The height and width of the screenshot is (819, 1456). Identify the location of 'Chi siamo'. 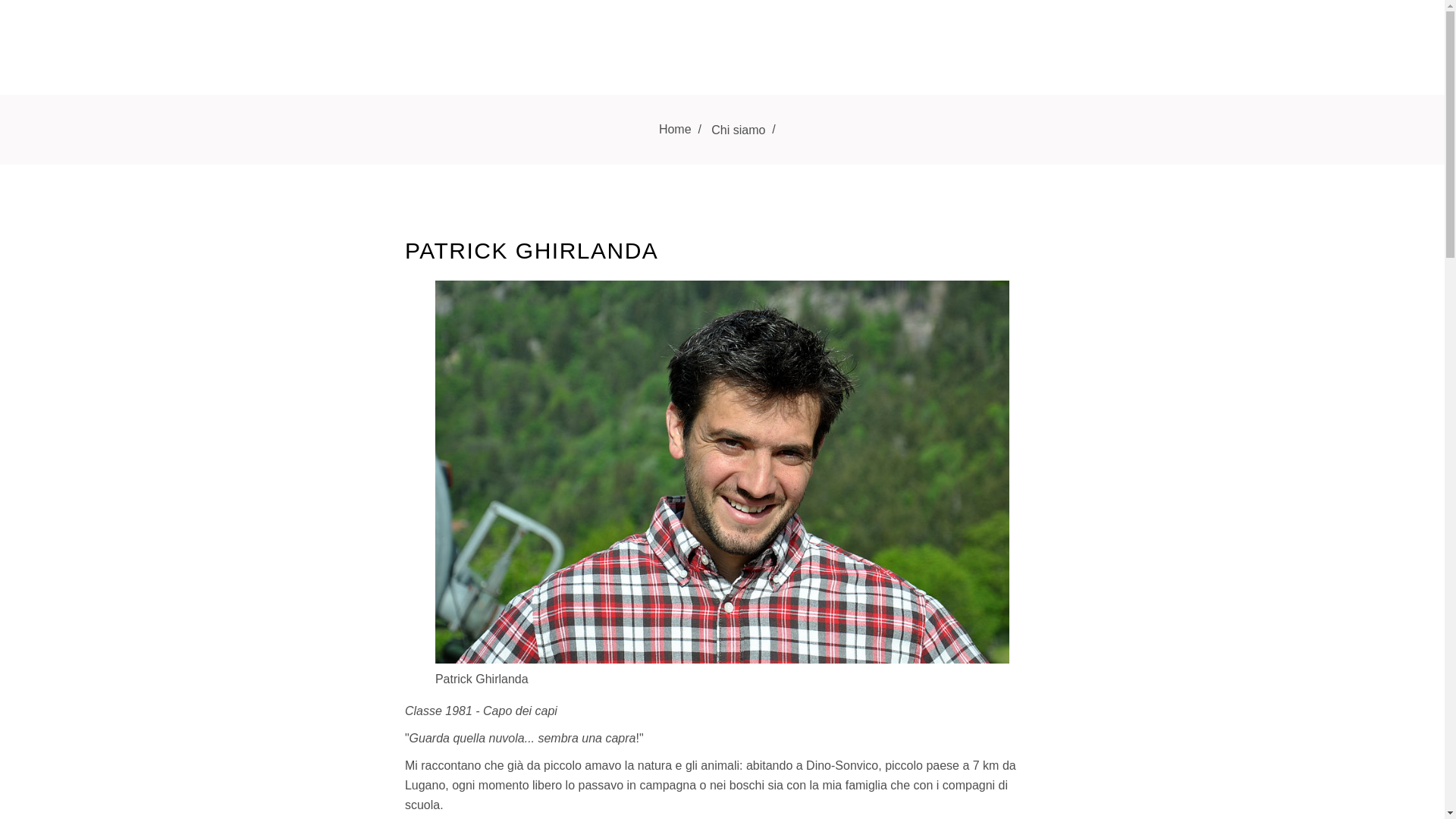
(738, 130).